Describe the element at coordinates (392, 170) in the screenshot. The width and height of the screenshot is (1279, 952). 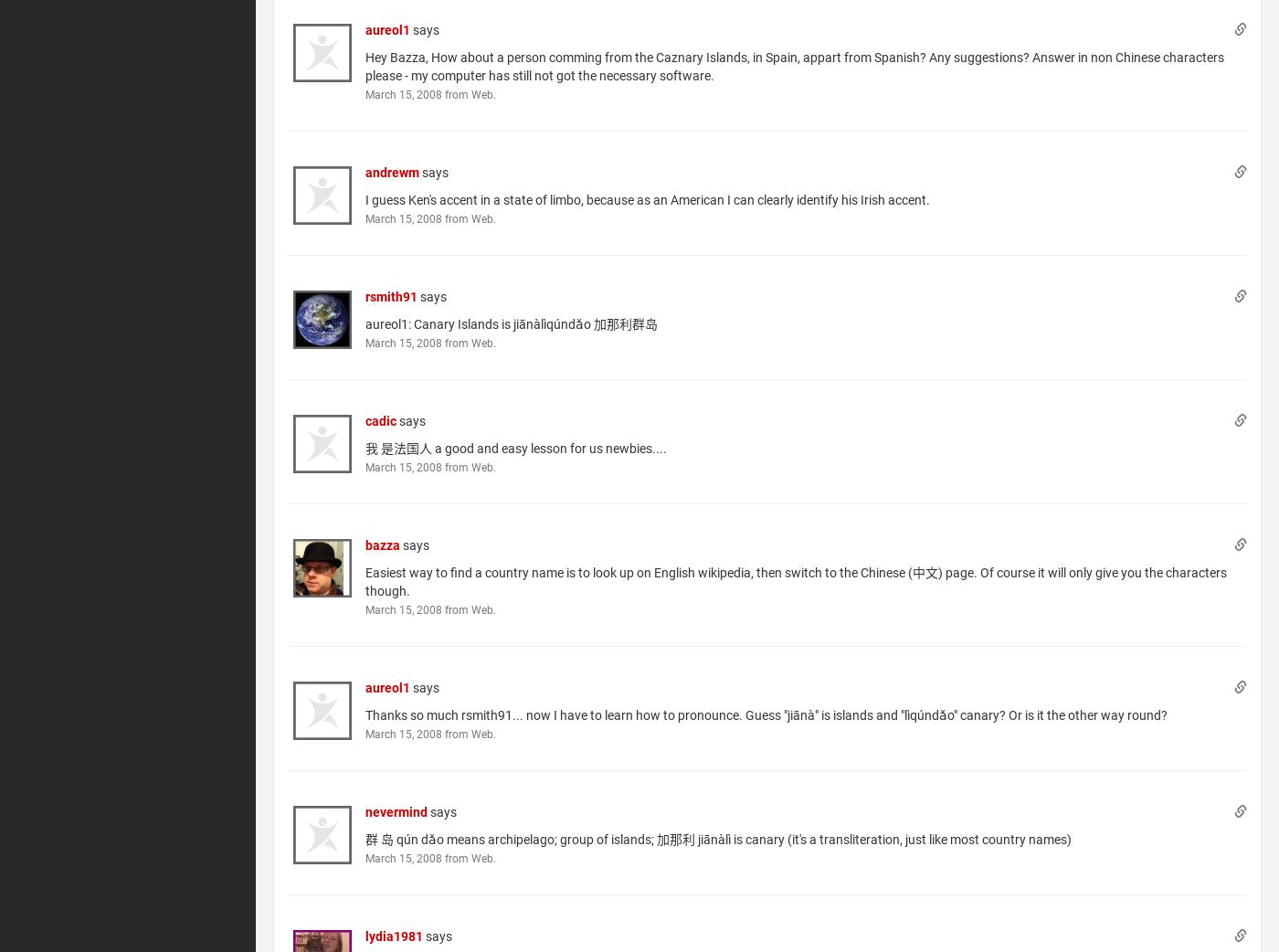
I see `'andrewm'` at that location.